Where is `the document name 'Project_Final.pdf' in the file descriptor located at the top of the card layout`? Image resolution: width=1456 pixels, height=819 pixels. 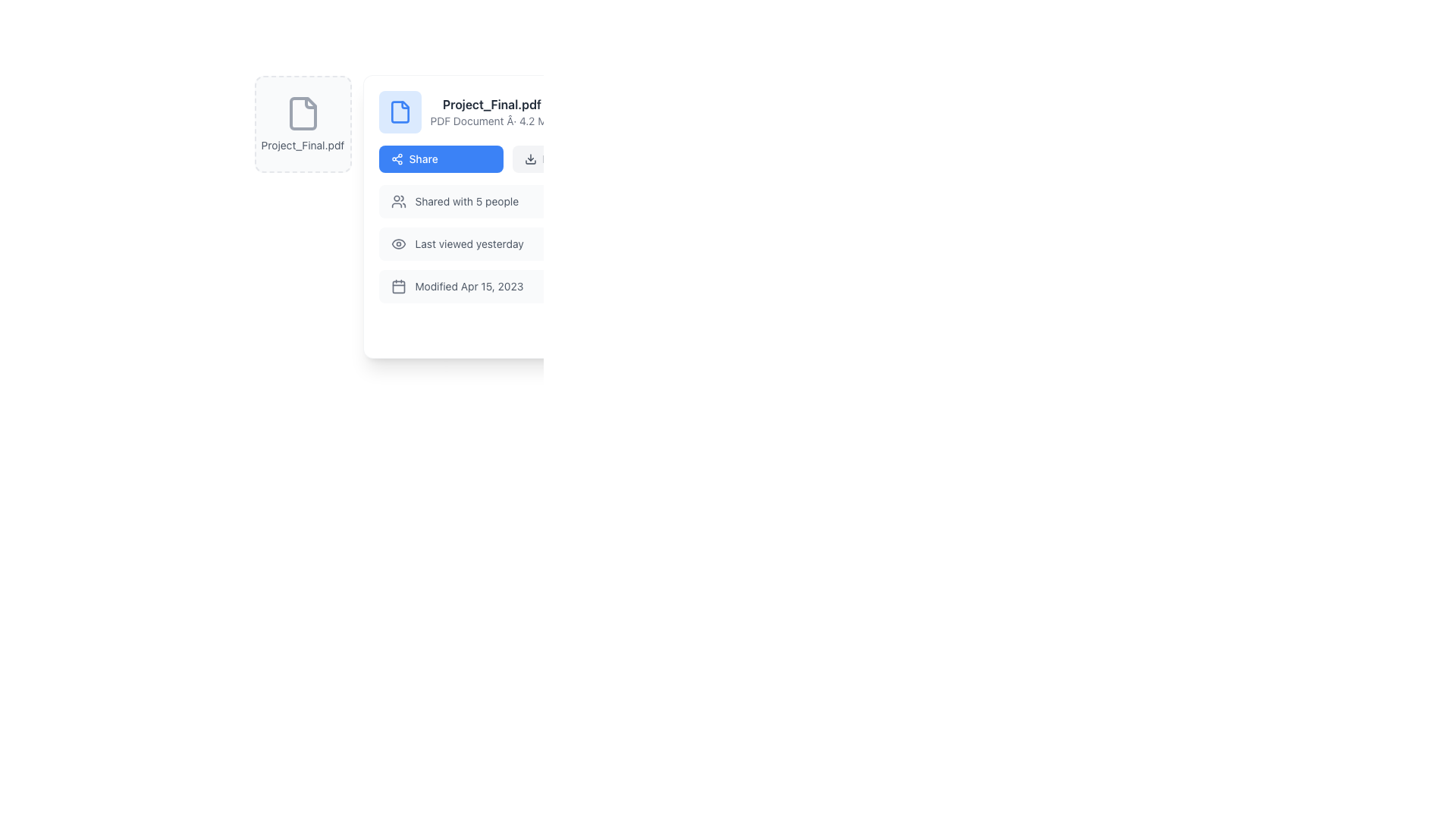 the document name 'Project_Final.pdf' in the file descriptor located at the top of the card layout is located at coordinates (507, 111).